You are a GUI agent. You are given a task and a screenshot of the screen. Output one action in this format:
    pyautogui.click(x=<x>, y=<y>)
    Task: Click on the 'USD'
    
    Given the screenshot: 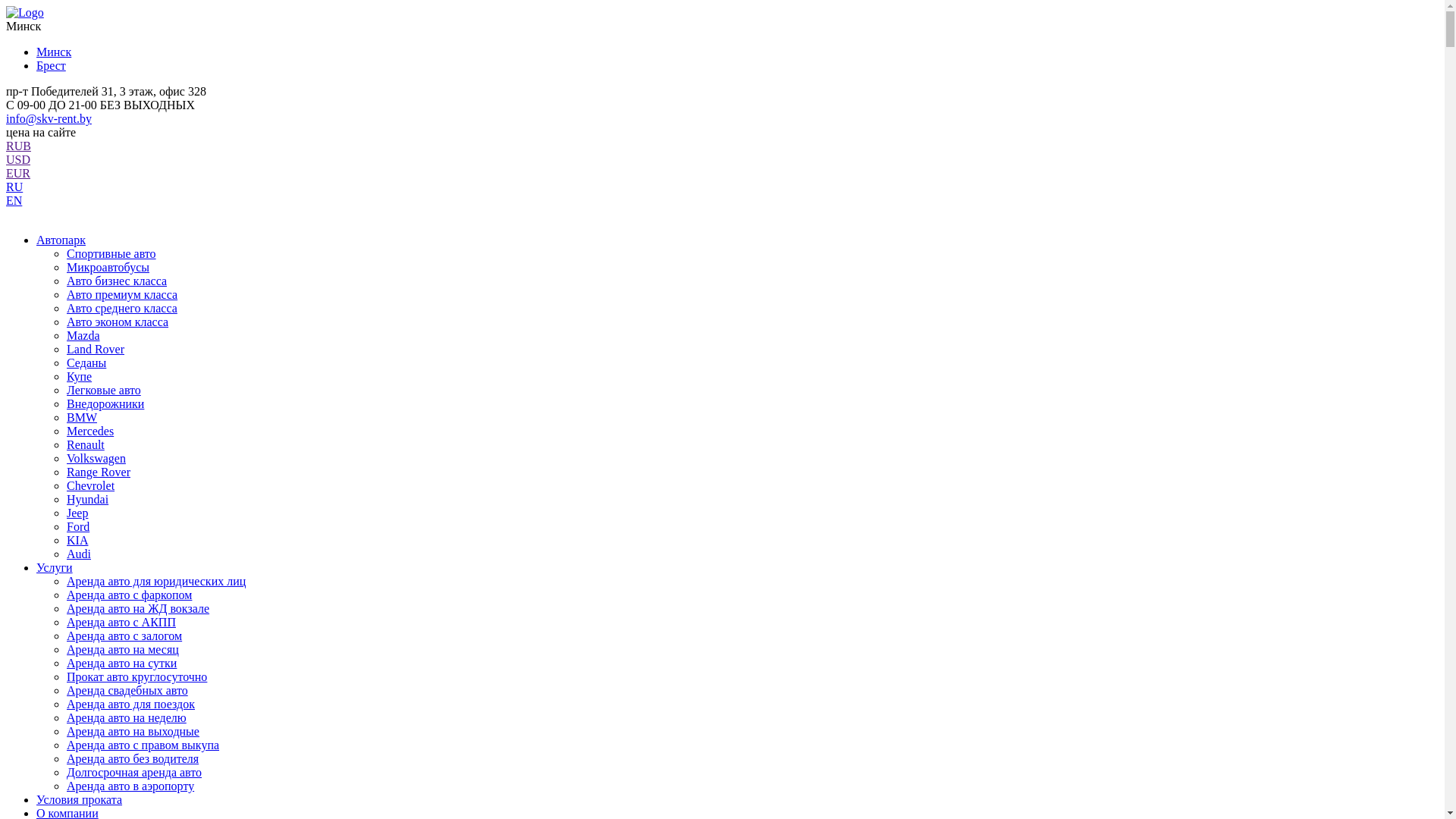 What is the action you would take?
    pyautogui.click(x=18, y=159)
    